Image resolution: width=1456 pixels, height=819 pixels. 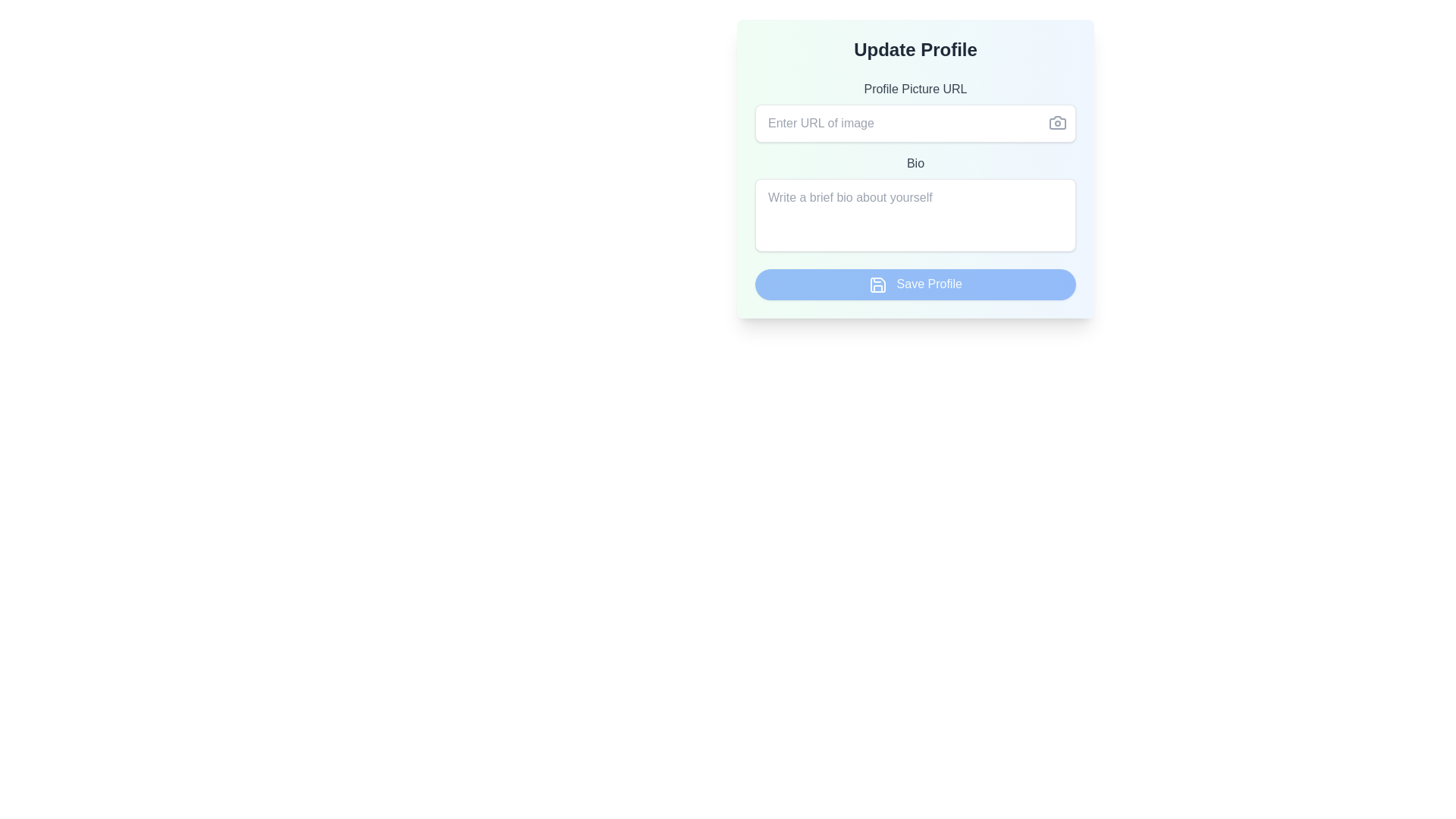 I want to click on the camera icon located at the top-right corner of the 'Profile Picture URL' input field, so click(x=1057, y=122).